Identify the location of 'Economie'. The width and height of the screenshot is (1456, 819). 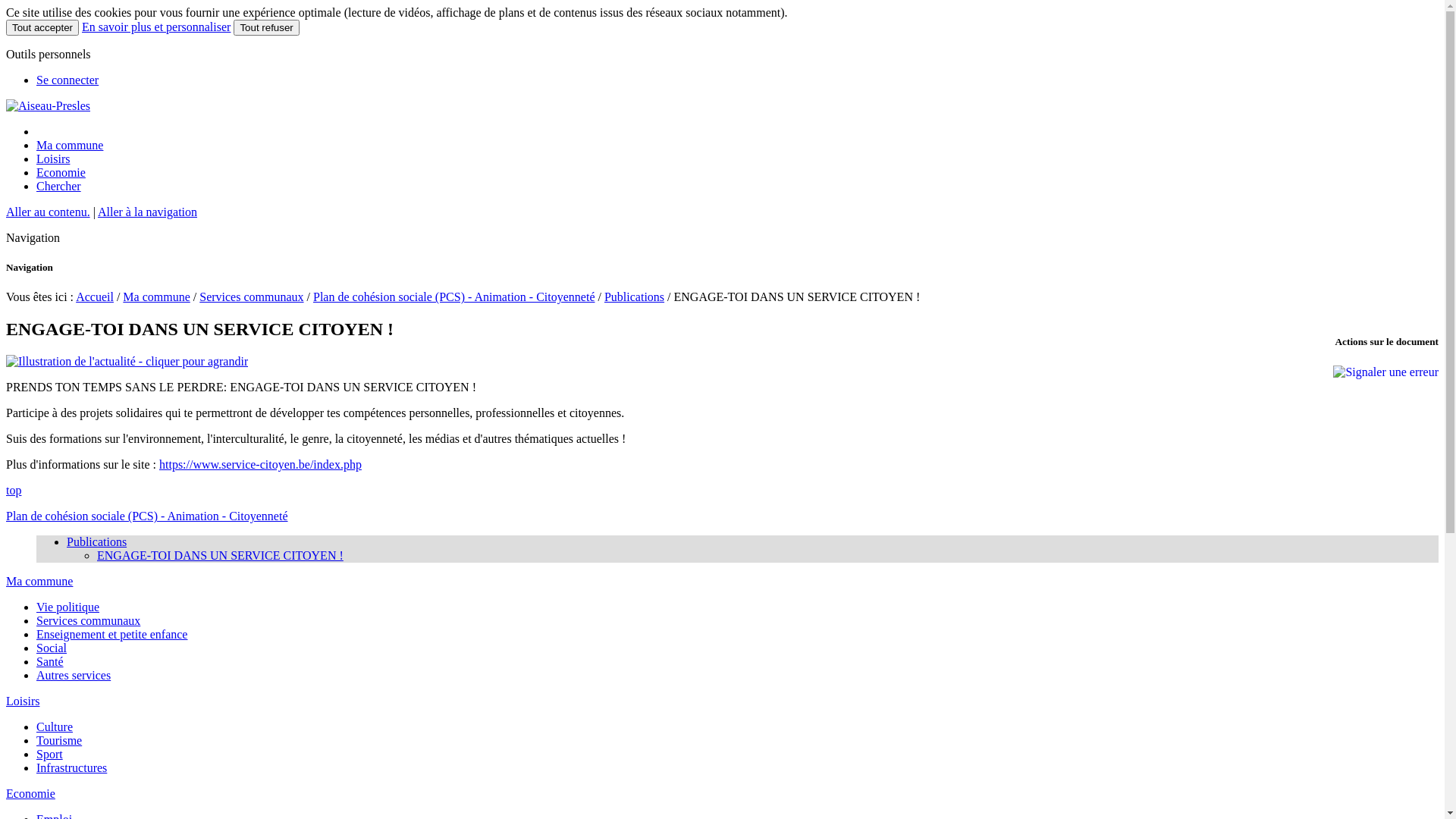
(30, 792).